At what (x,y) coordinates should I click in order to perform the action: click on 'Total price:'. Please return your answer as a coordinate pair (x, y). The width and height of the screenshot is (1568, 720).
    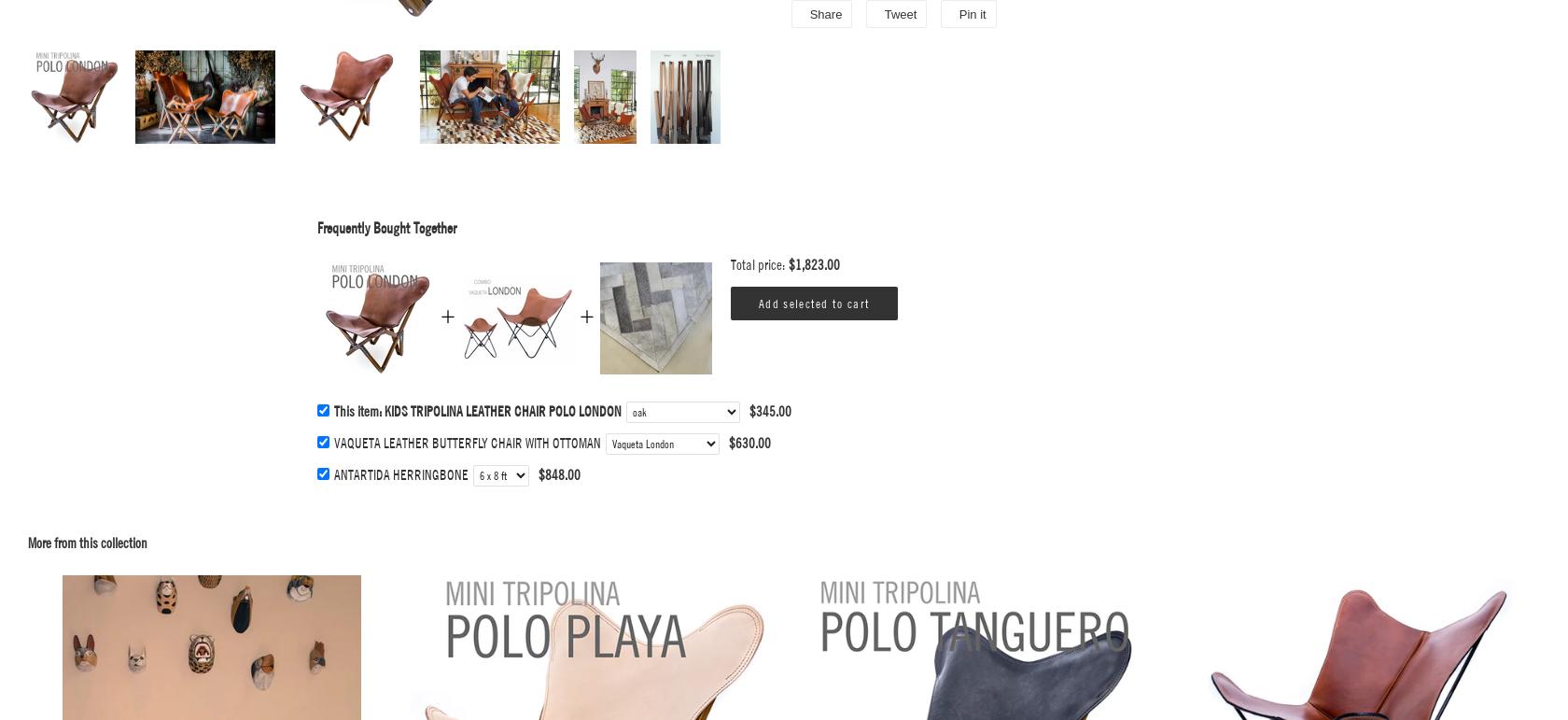
    Looking at the image, I should click on (757, 263).